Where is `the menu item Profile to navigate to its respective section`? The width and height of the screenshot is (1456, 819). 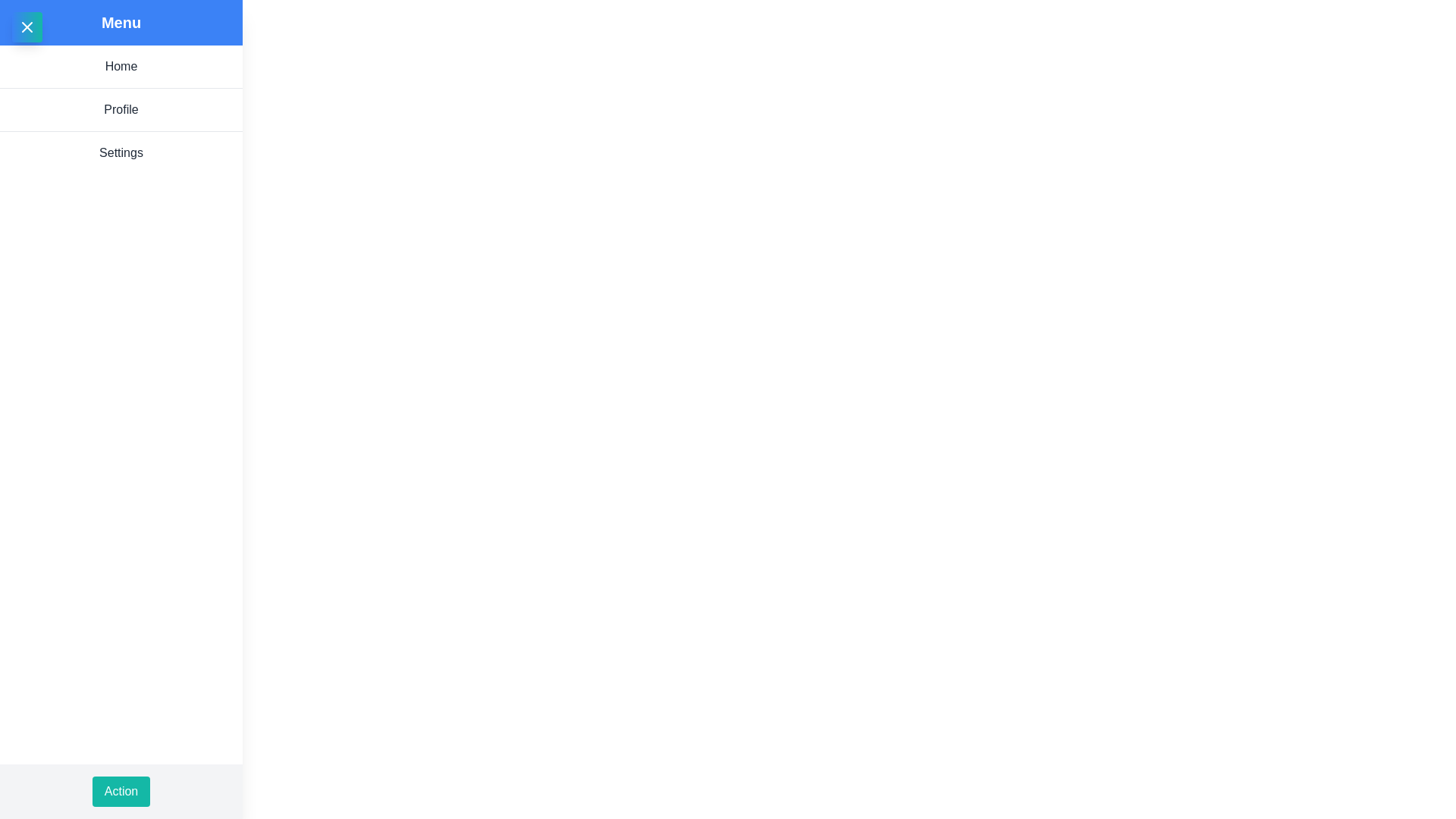
the menu item Profile to navigate to its respective section is located at coordinates (120, 108).